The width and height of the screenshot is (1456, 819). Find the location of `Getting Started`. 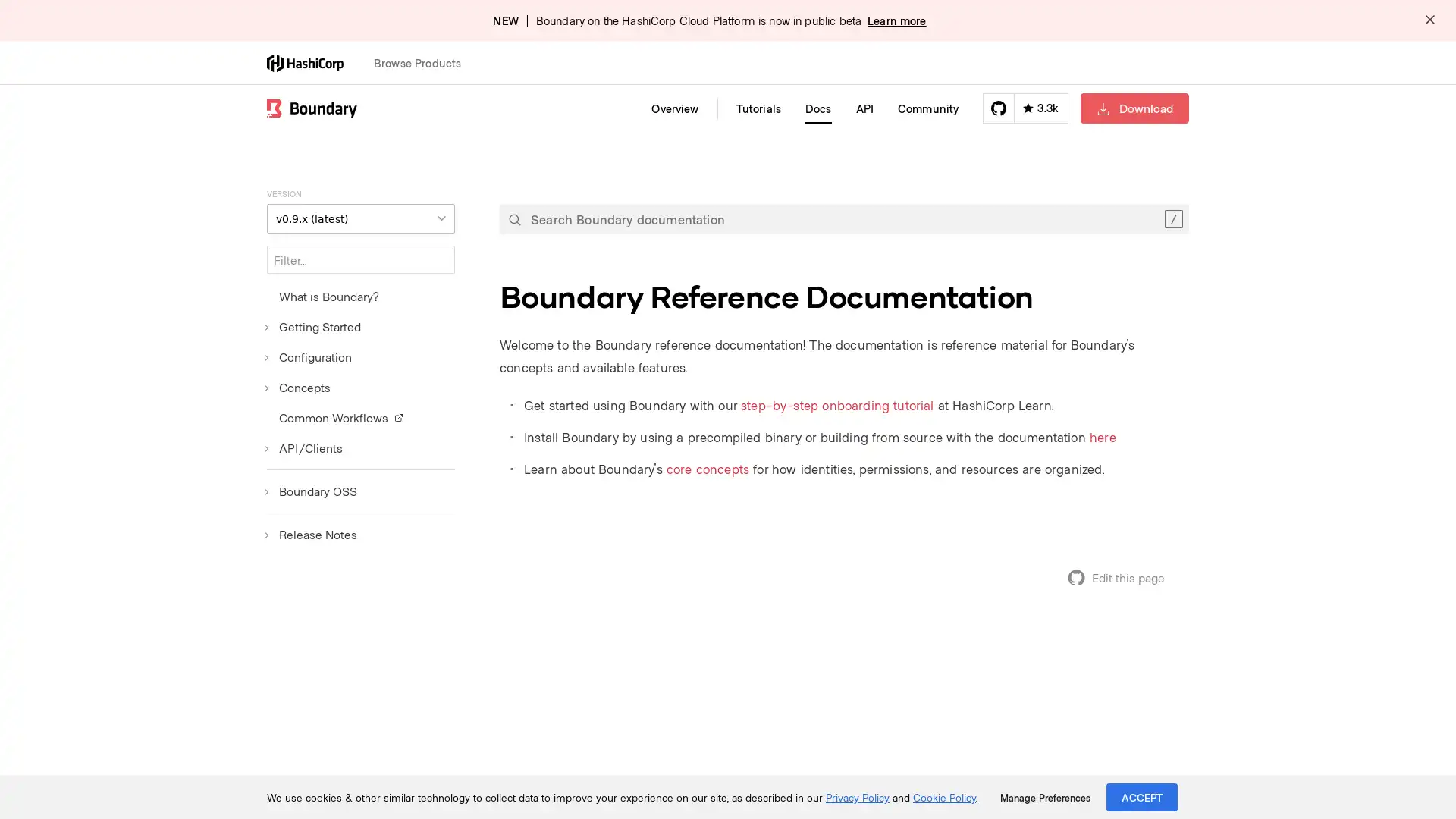

Getting Started is located at coordinates (312, 326).